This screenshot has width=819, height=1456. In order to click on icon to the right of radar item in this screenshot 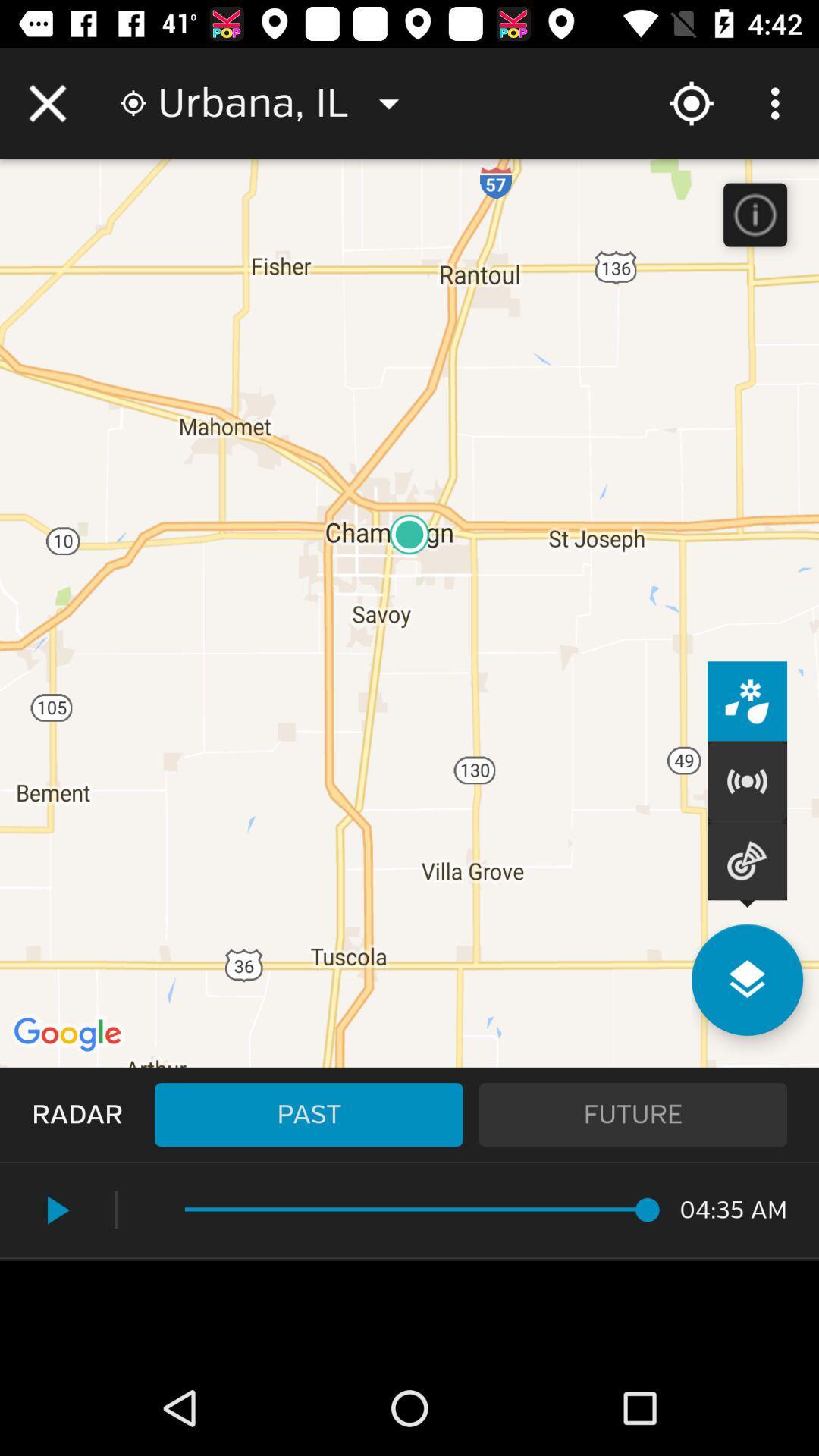, I will do `click(308, 1114)`.